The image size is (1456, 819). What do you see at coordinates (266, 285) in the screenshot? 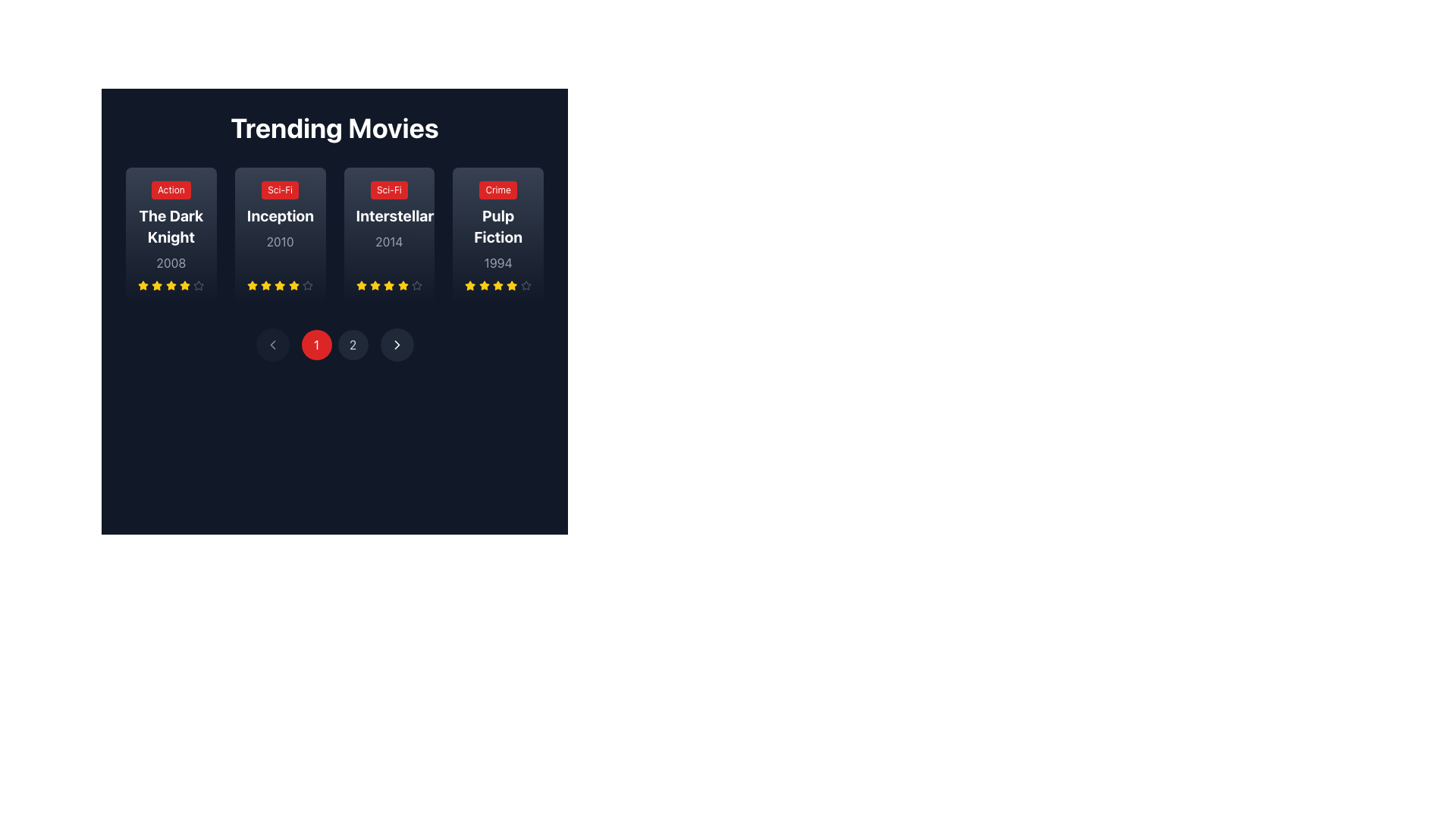
I see `the yellow five-pointed star icon in the second movie card under the title 'Inception' for accessibility` at bounding box center [266, 285].